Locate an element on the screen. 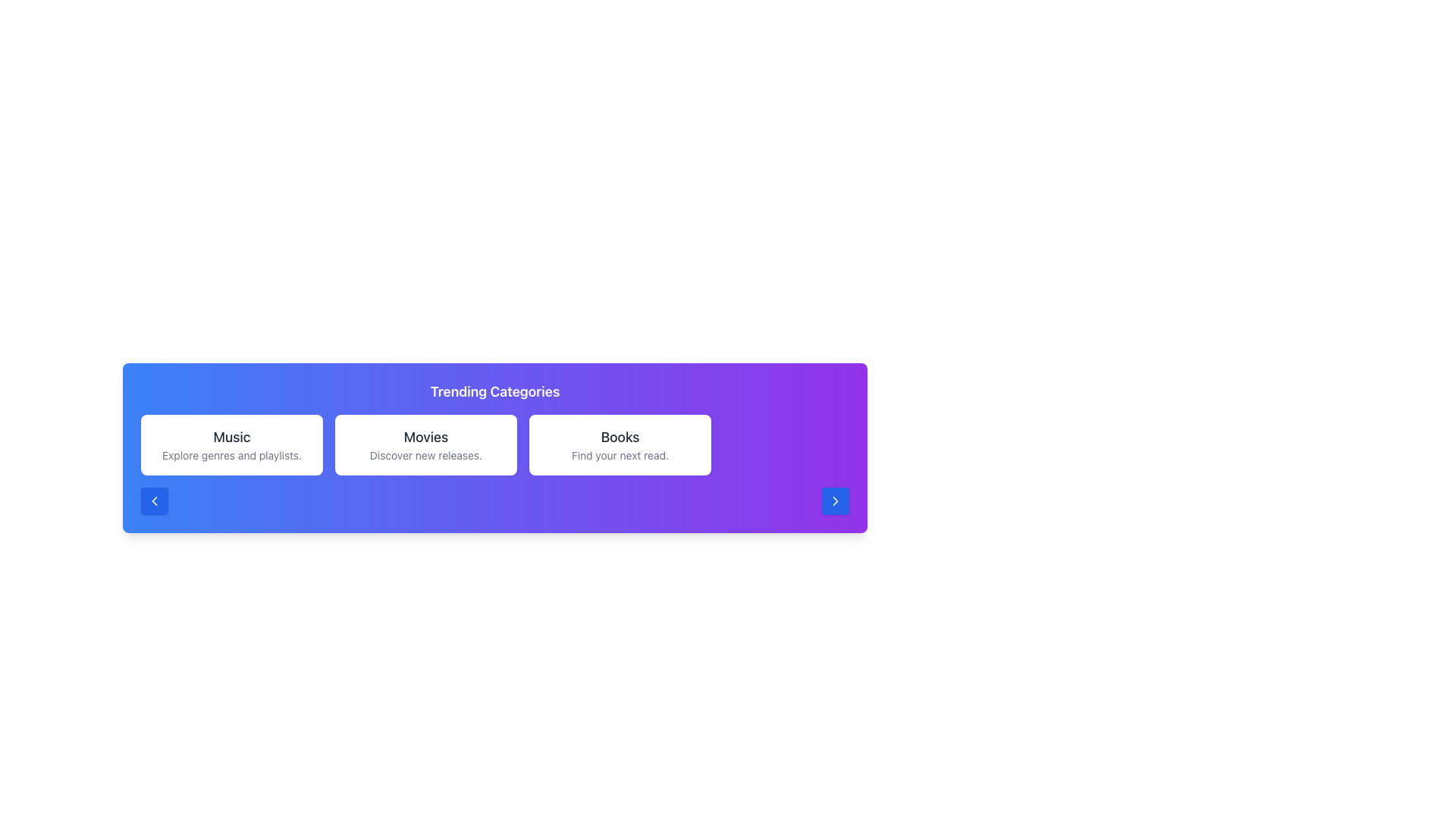  the Chevron-Right icon, which is a minimalist arrow icon used for navigation, located in the bottom-right corner of the blue-to-purple gradient section adjacent to a white card labeled 'Books' is located at coordinates (835, 500).